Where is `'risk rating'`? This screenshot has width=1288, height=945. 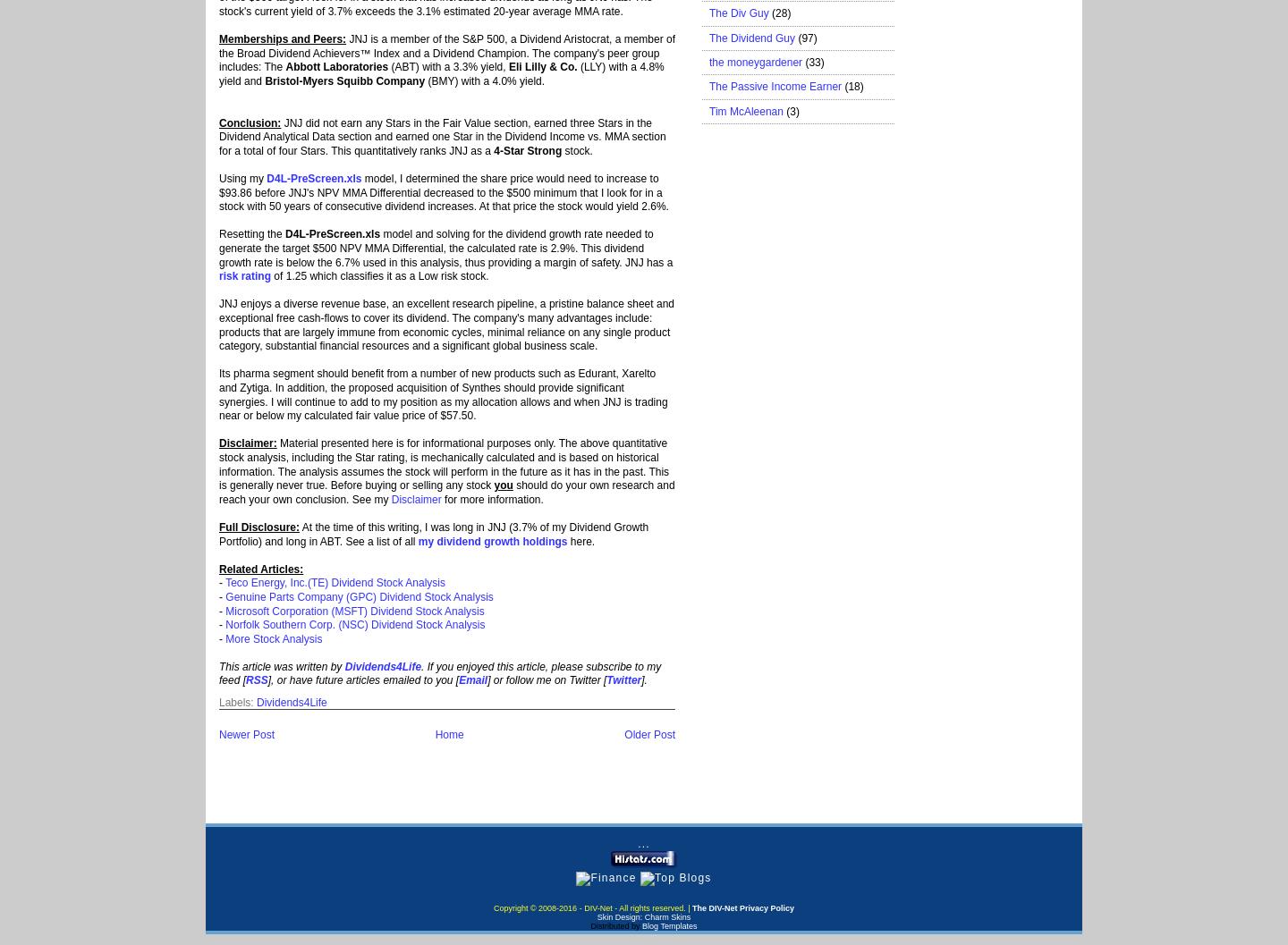
'risk rating' is located at coordinates (244, 275).